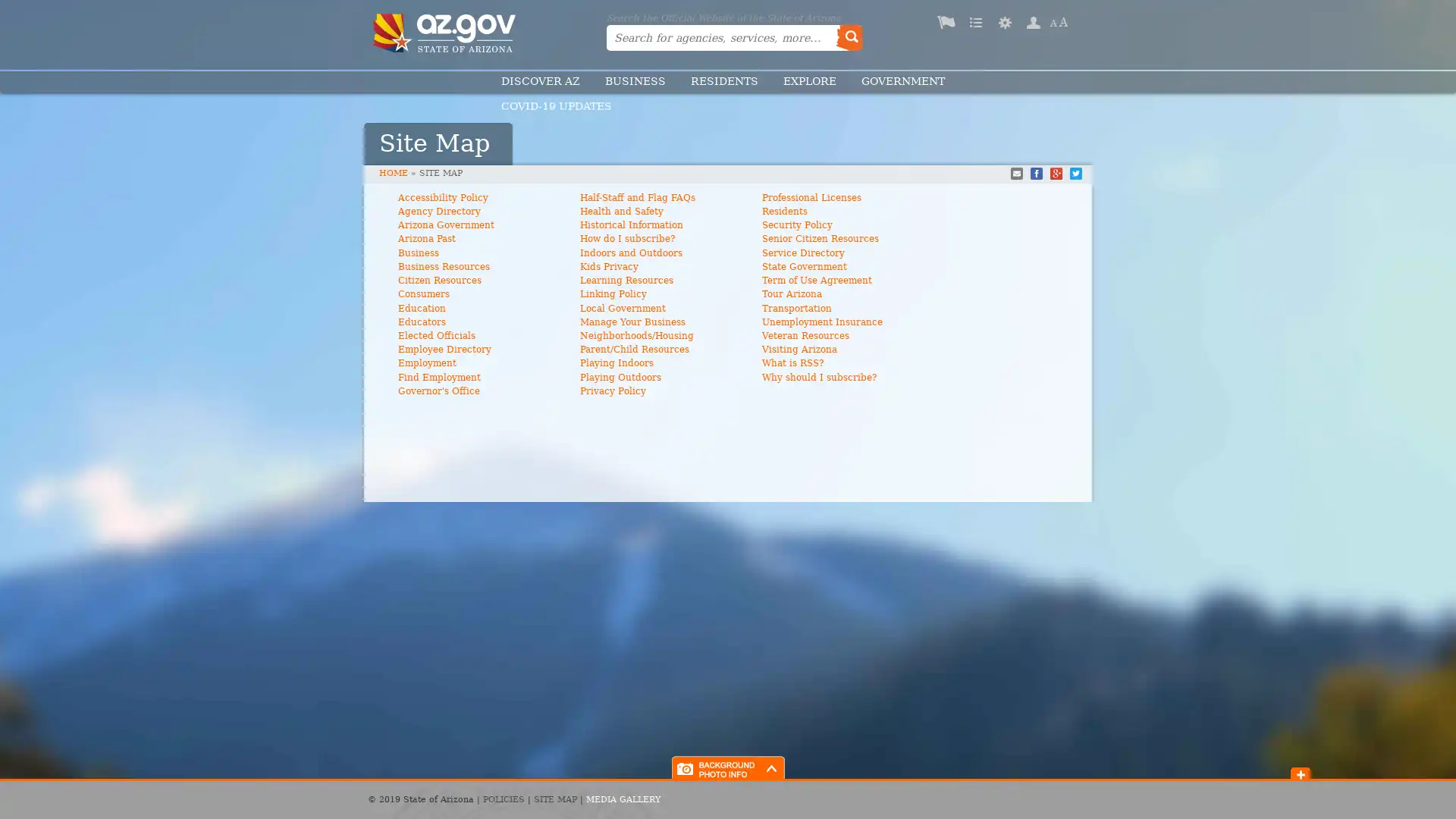  I want to click on Search, so click(848, 37).